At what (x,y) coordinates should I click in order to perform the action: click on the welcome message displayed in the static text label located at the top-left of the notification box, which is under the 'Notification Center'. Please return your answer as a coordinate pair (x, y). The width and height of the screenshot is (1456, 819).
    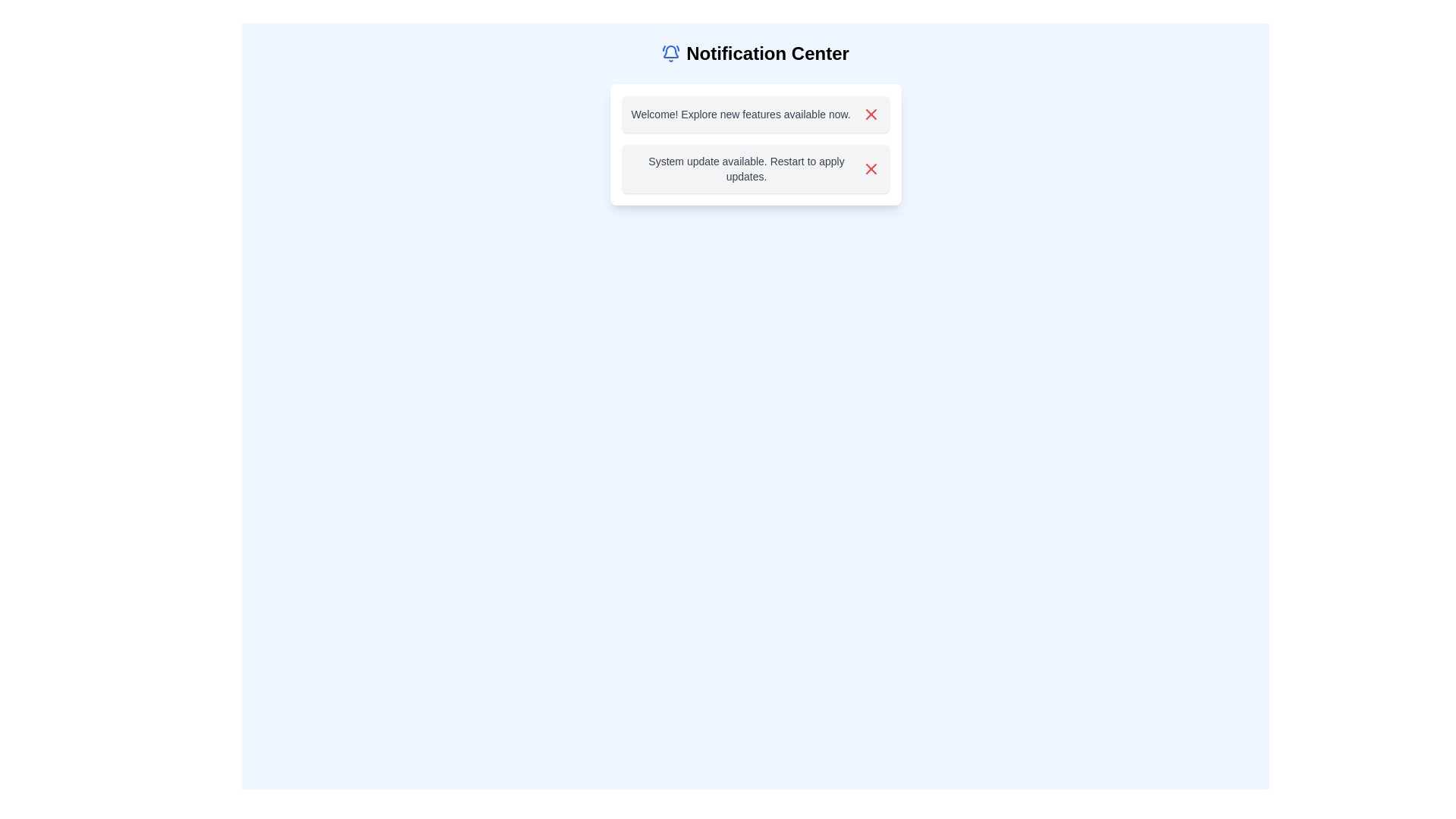
    Looking at the image, I should click on (741, 113).